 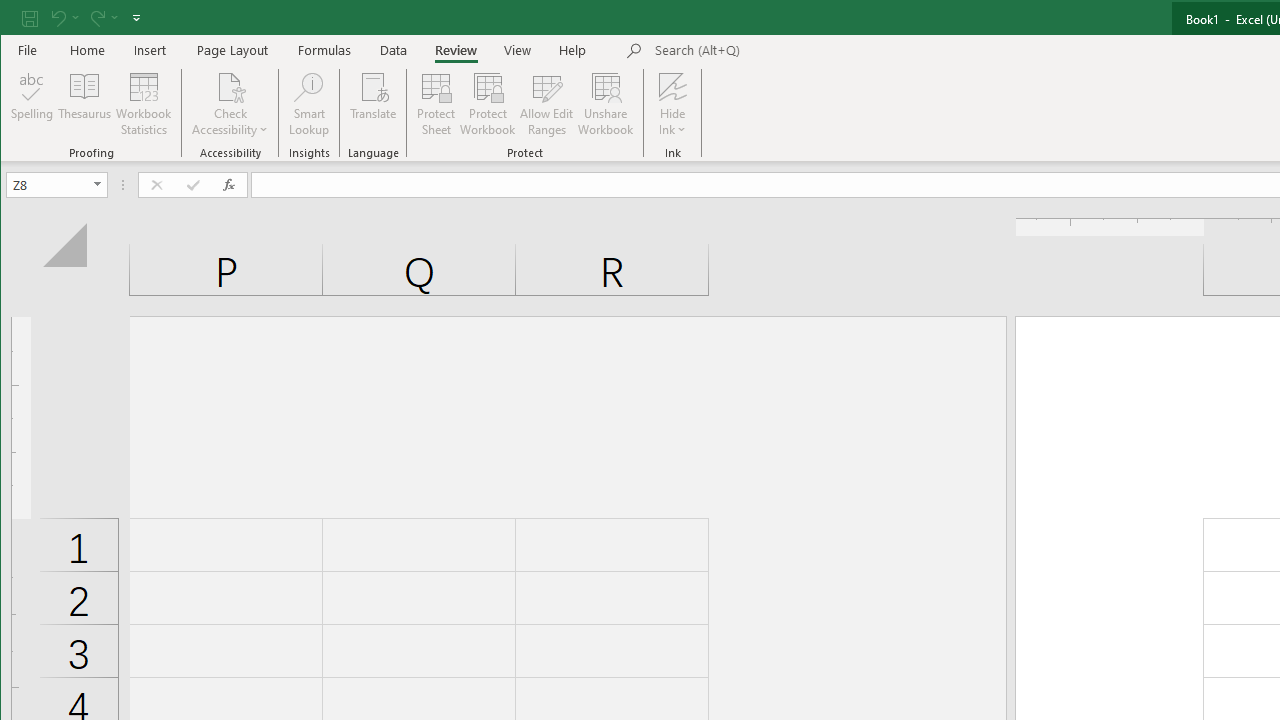 I want to click on 'Workbook Statistics', so click(x=143, y=104).